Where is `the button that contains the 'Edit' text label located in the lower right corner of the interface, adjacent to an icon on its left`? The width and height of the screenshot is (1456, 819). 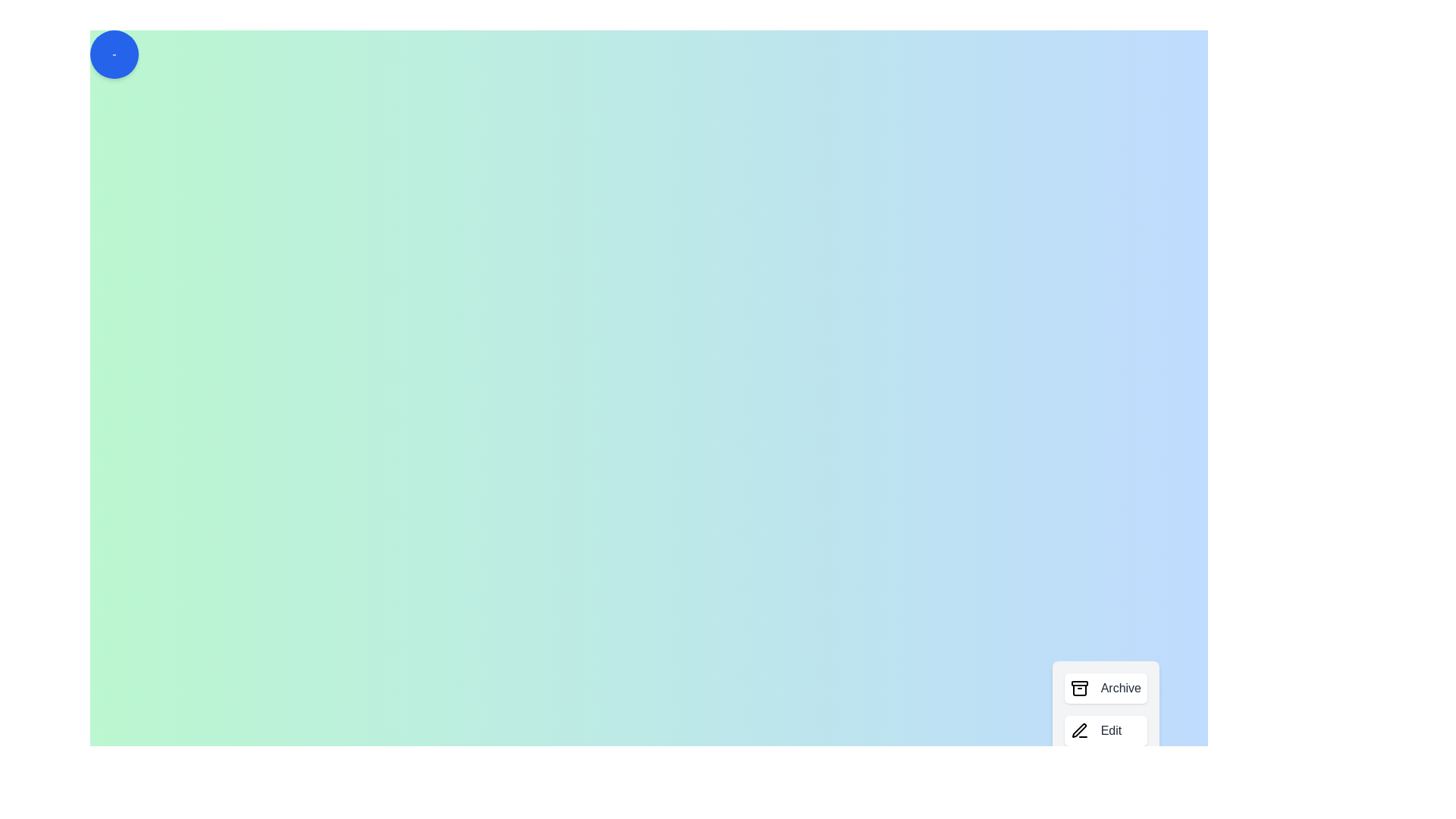 the button that contains the 'Edit' text label located in the lower right corner of the interface, adjacent to an icon on its left is located at coordinates (1110, 730).